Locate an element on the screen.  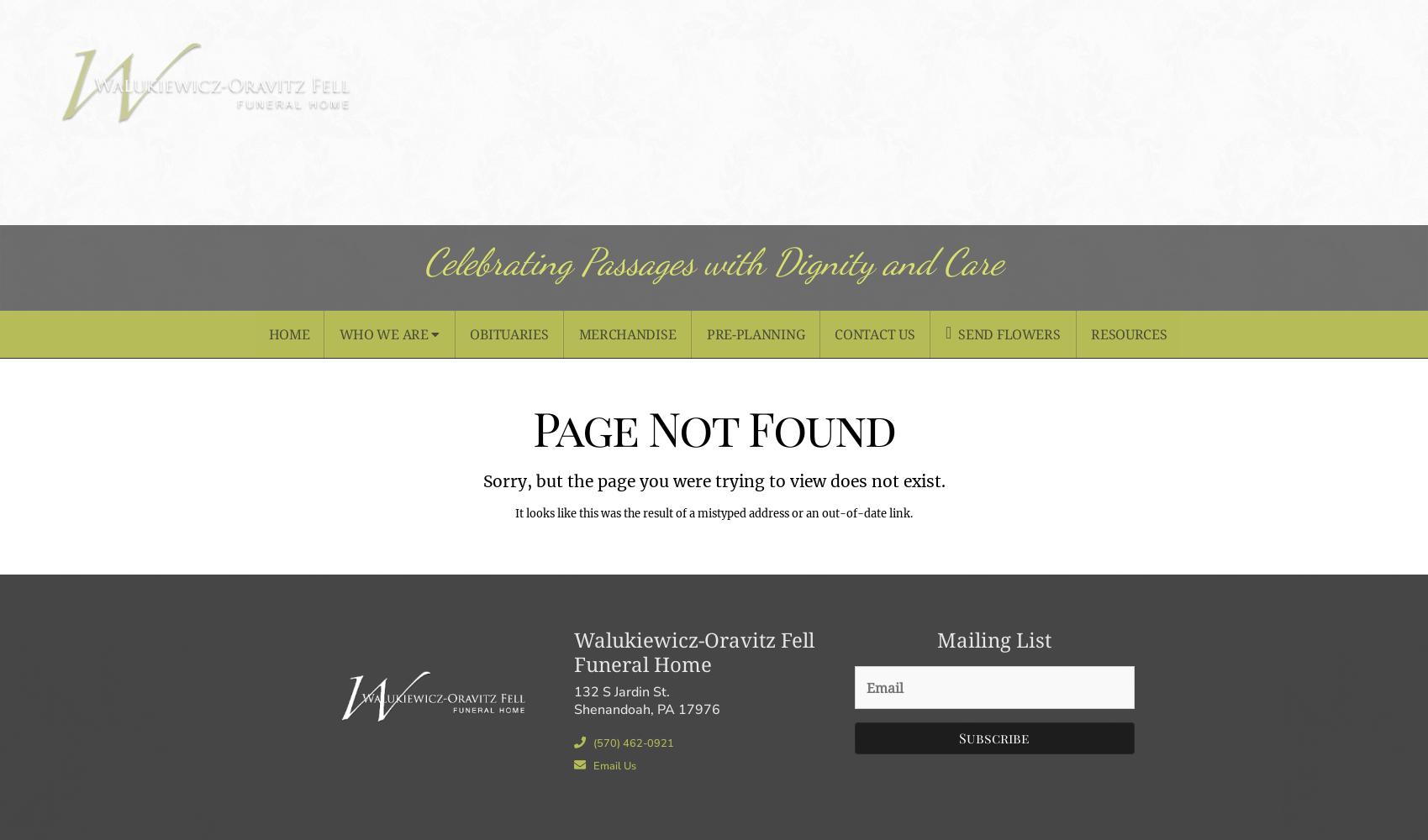
'Walukiewicz-Oravitz Fell Funeral Home' is located at coordinates (572, 651).